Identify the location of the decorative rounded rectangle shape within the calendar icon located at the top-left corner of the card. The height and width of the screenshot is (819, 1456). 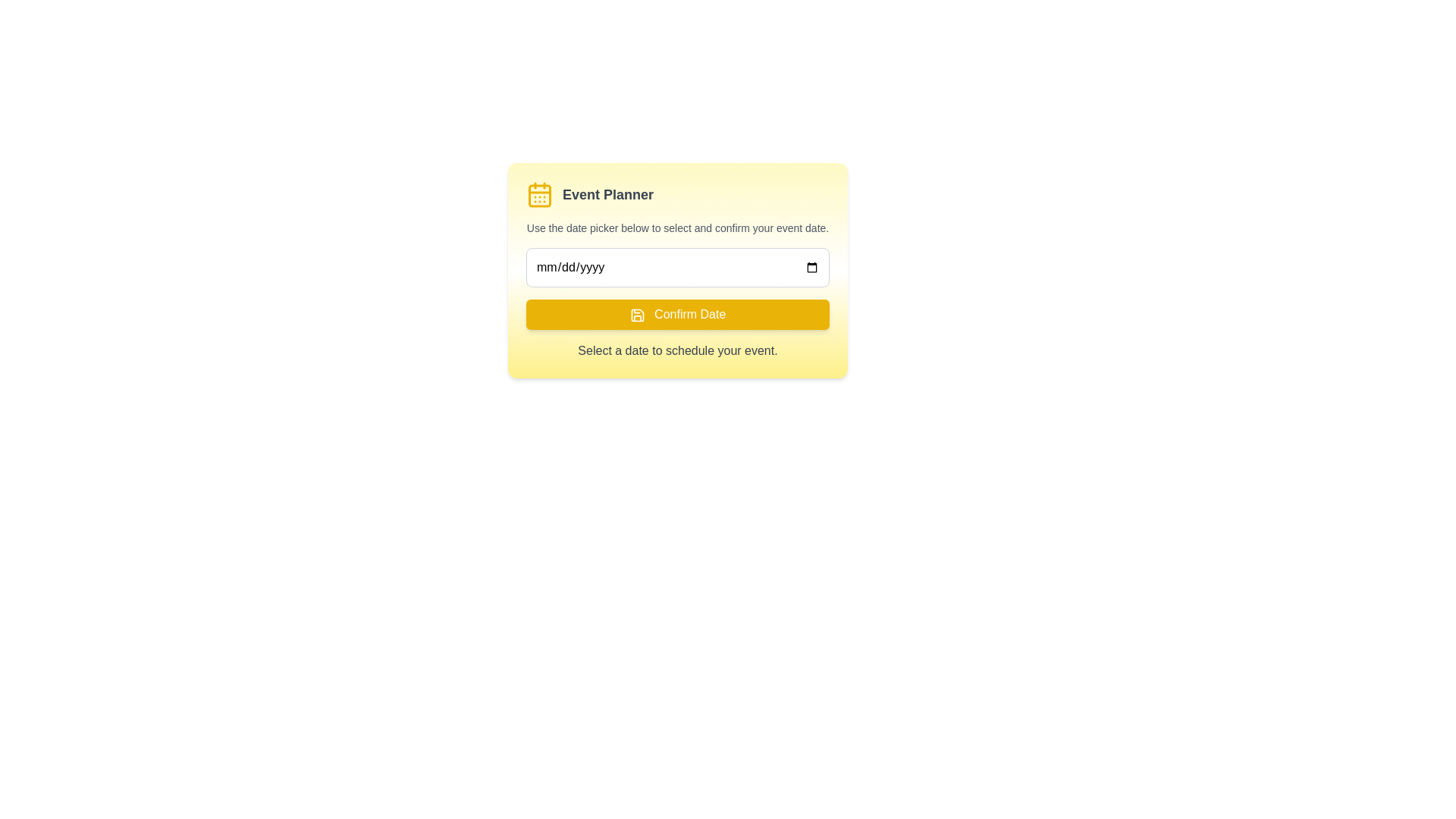
(539, 195).